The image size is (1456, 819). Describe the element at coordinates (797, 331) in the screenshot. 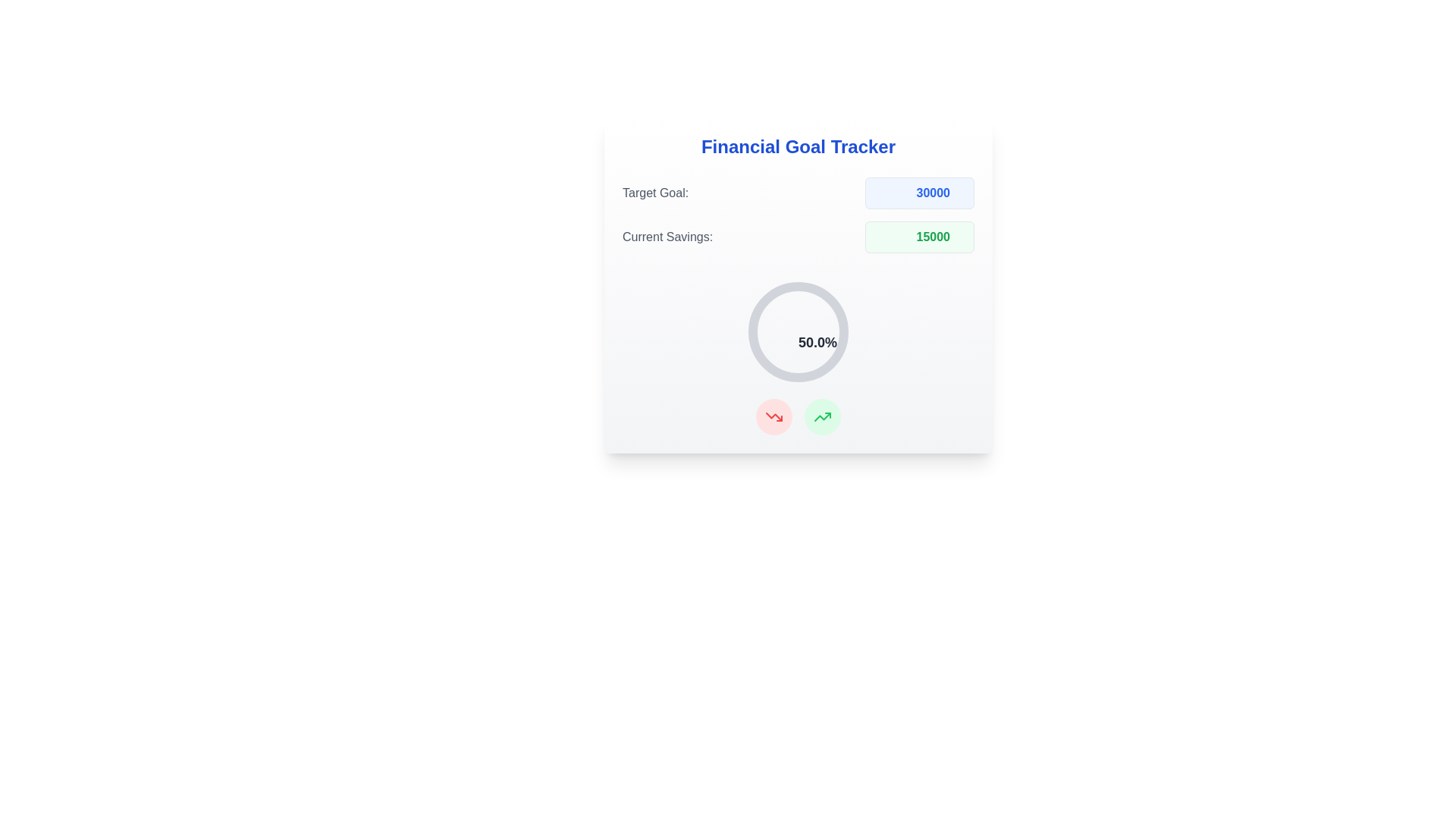

I see `the circular progress indicator displaying '50.0%' which is centrally located below 'Target Goal' and 'Current Savings' text fields and above the up and down arrow buttons` at that location.